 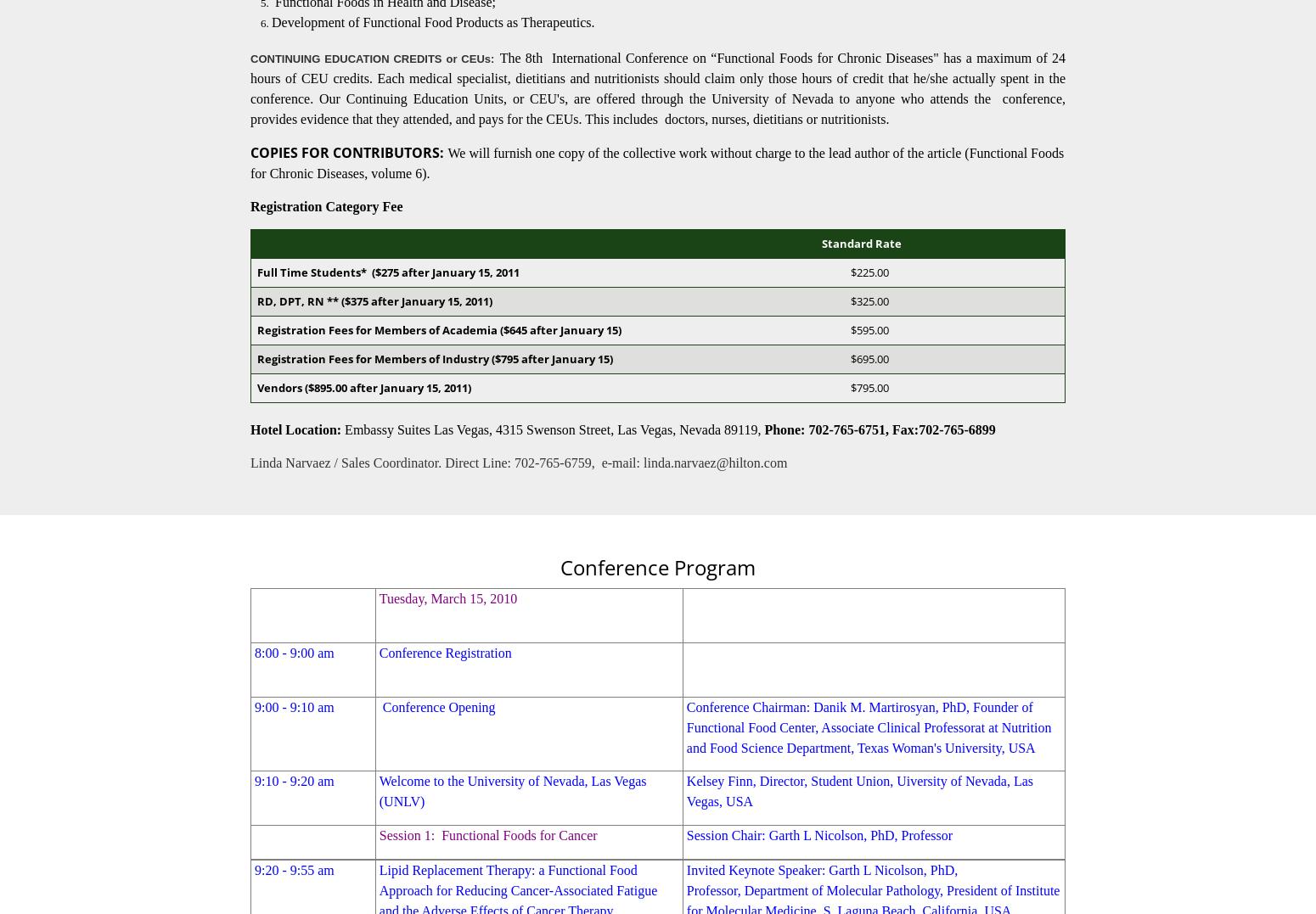 What do you see at coordinates (942, 428) in the screenshot?
I see `'Fax:702-765-6899'` at bounding box center [942, 428].